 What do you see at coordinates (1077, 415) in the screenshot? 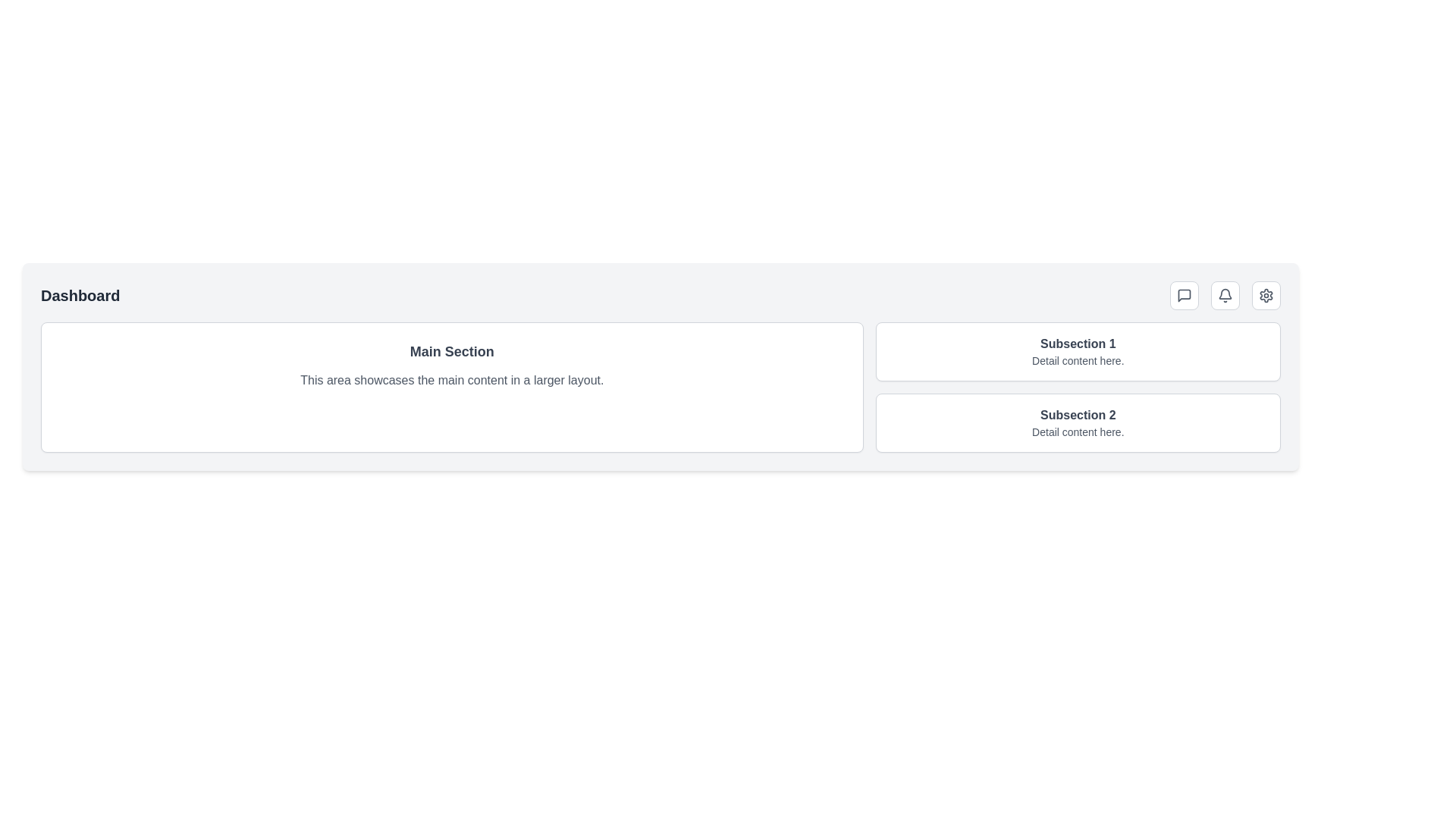
I see `text from the Text Label located in the middle-right section of the interface, above the 'Detail content here.' text element` at bounding box center [1077, 415].